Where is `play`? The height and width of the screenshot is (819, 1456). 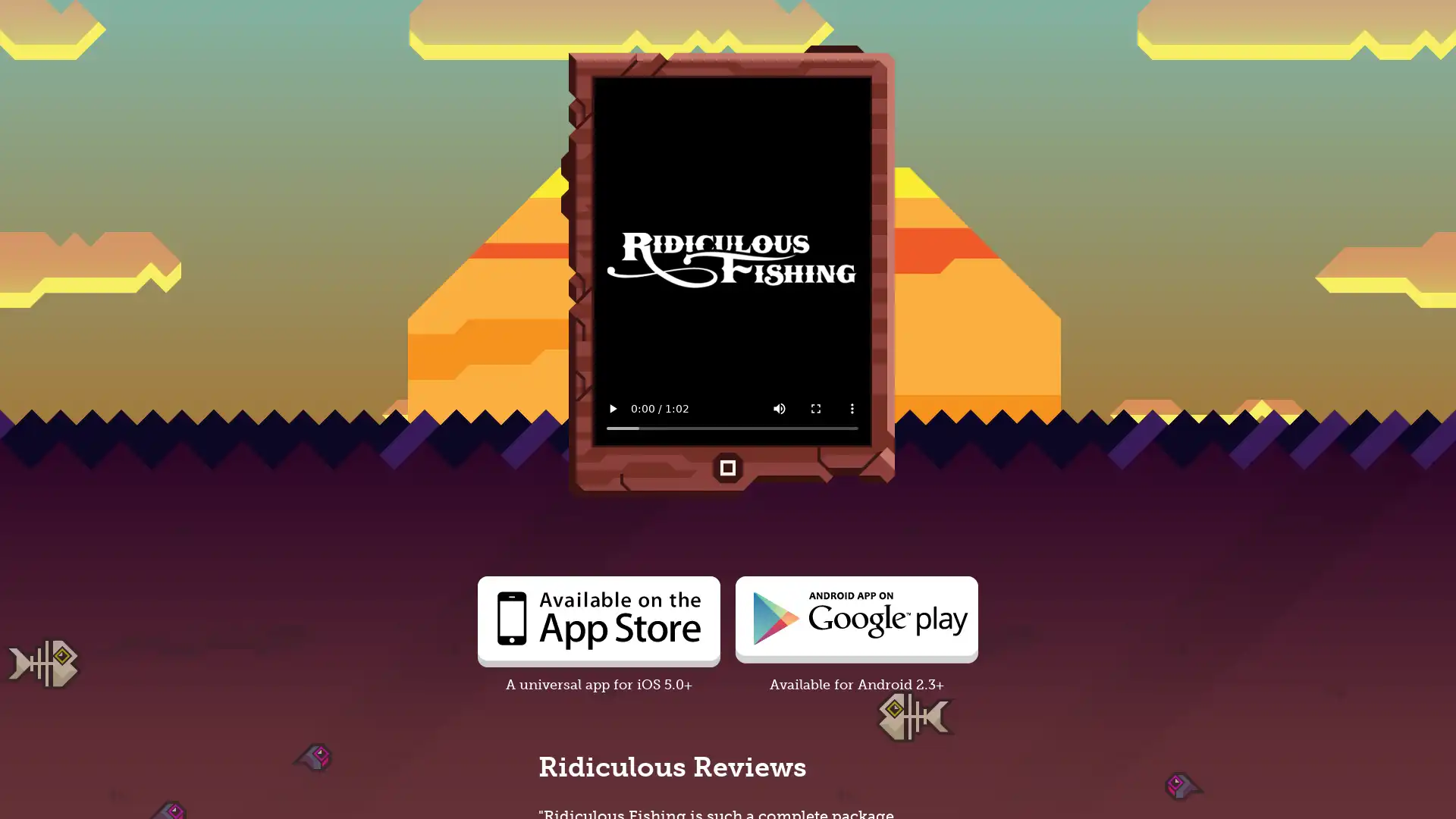 play is located at coordinates (612, 408).